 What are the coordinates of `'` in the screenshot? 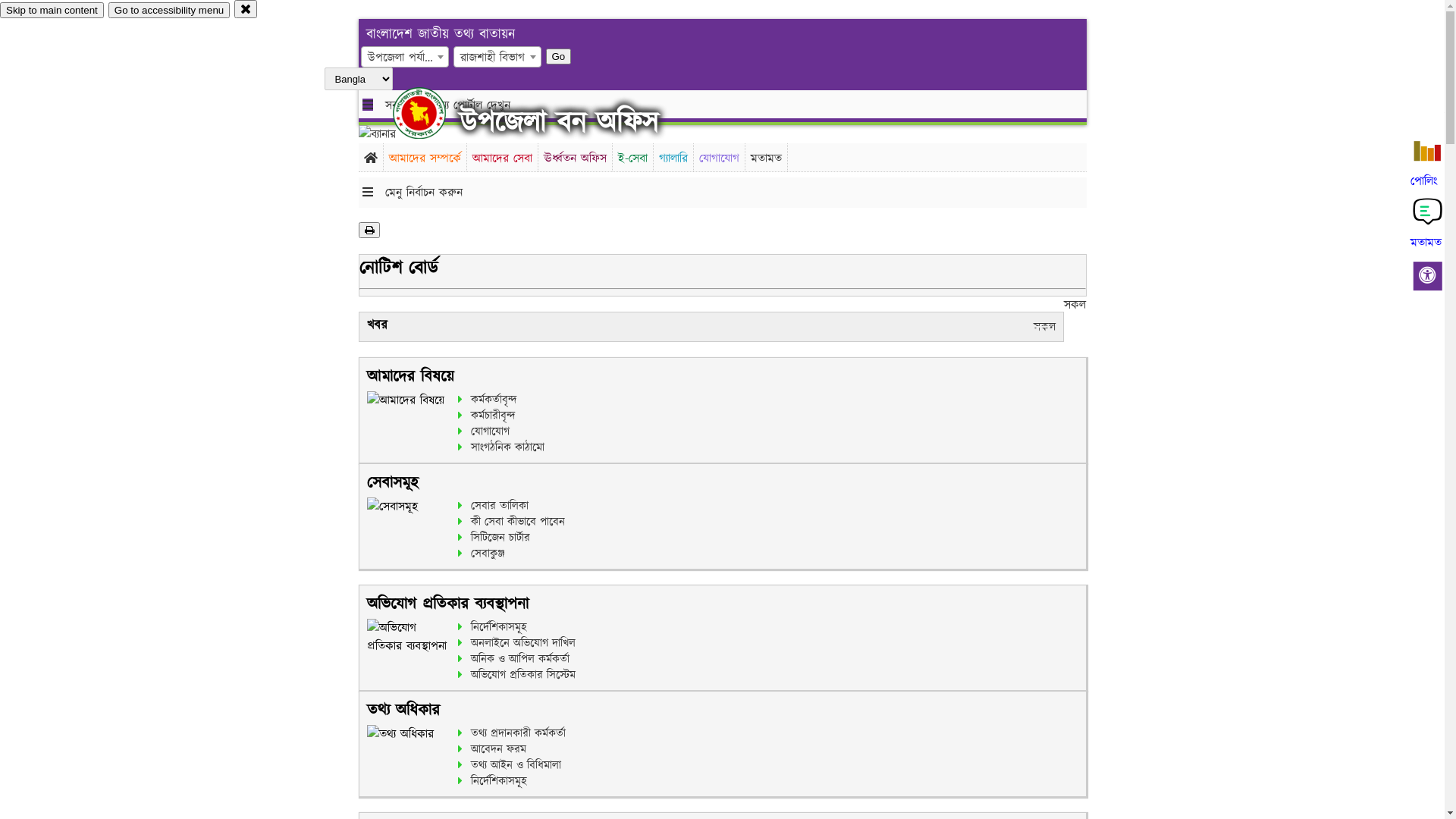 It's located at (431, 112).